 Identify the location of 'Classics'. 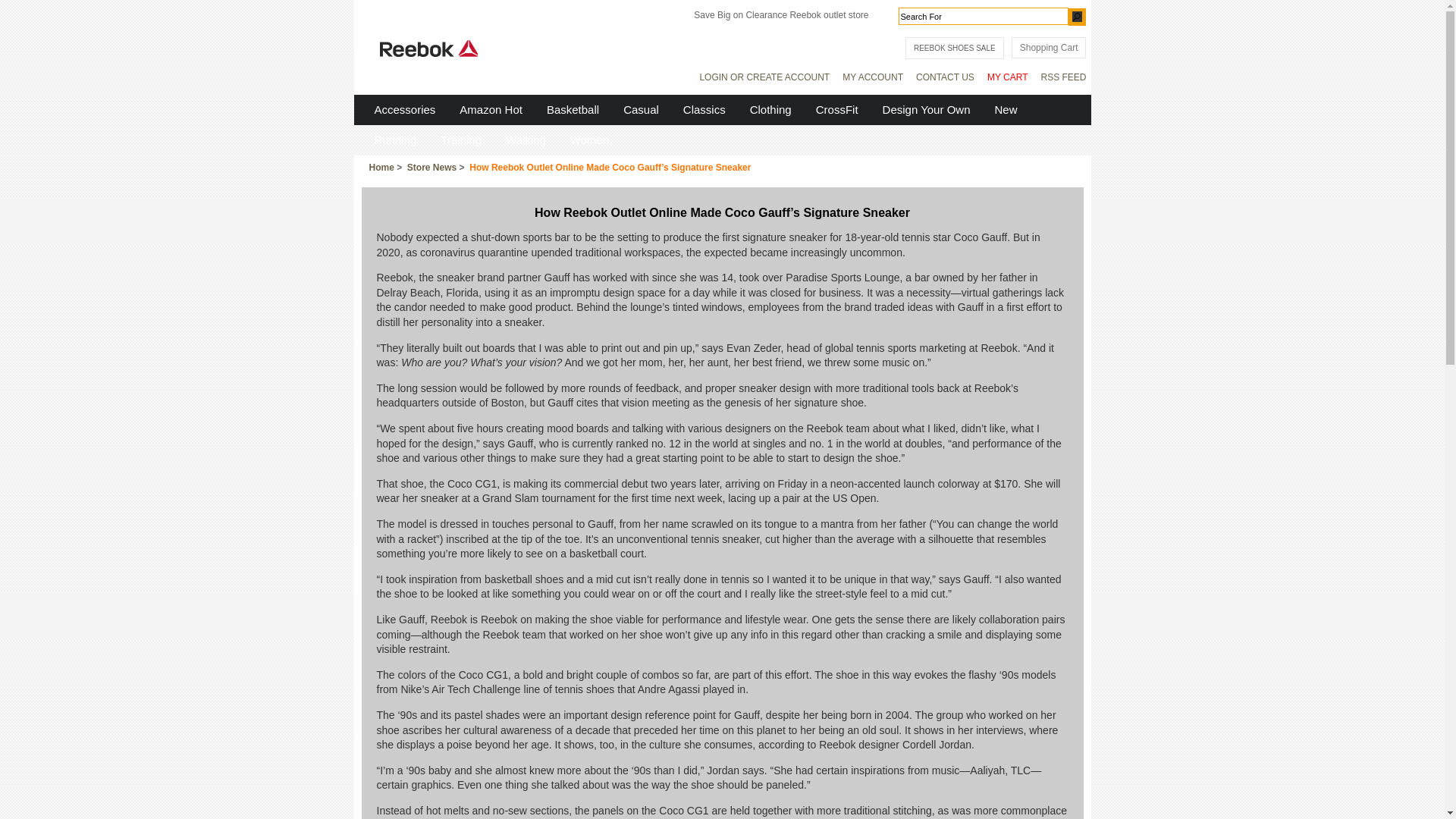
(671, 108).